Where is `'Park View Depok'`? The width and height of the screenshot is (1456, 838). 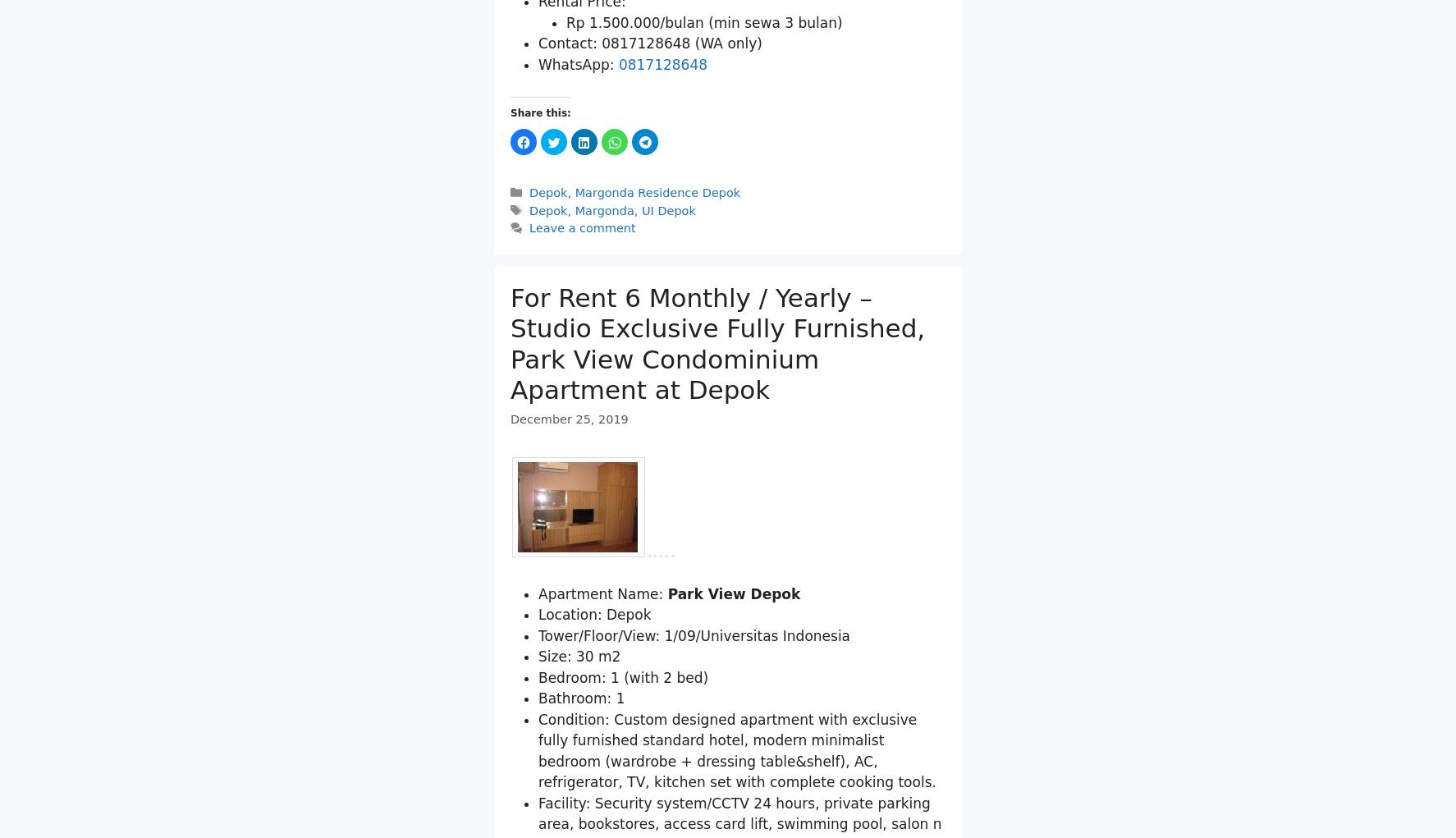
'Park View Depok' is located at coordinates (732, 784).